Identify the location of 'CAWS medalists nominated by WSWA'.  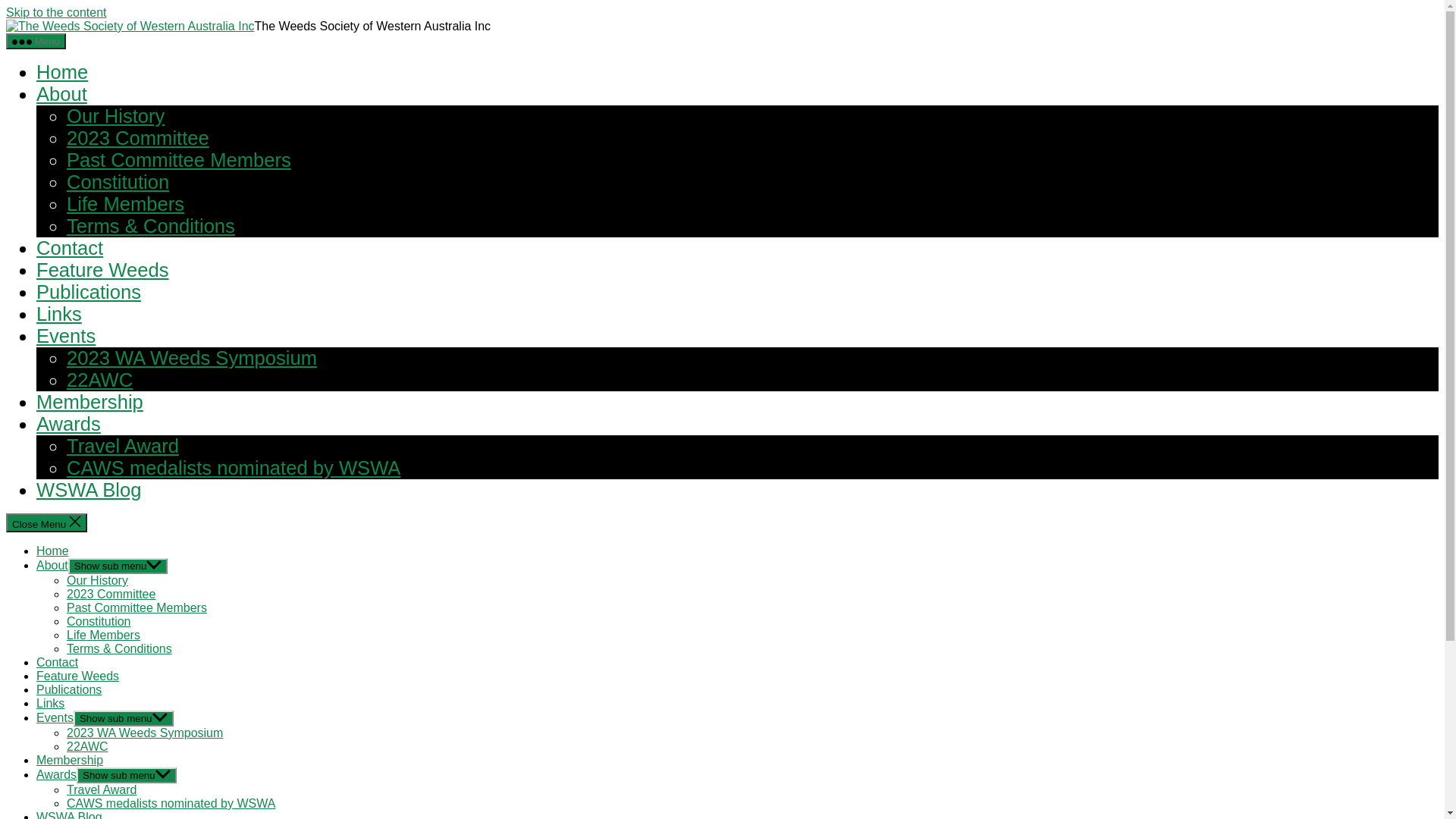
(232, 467).